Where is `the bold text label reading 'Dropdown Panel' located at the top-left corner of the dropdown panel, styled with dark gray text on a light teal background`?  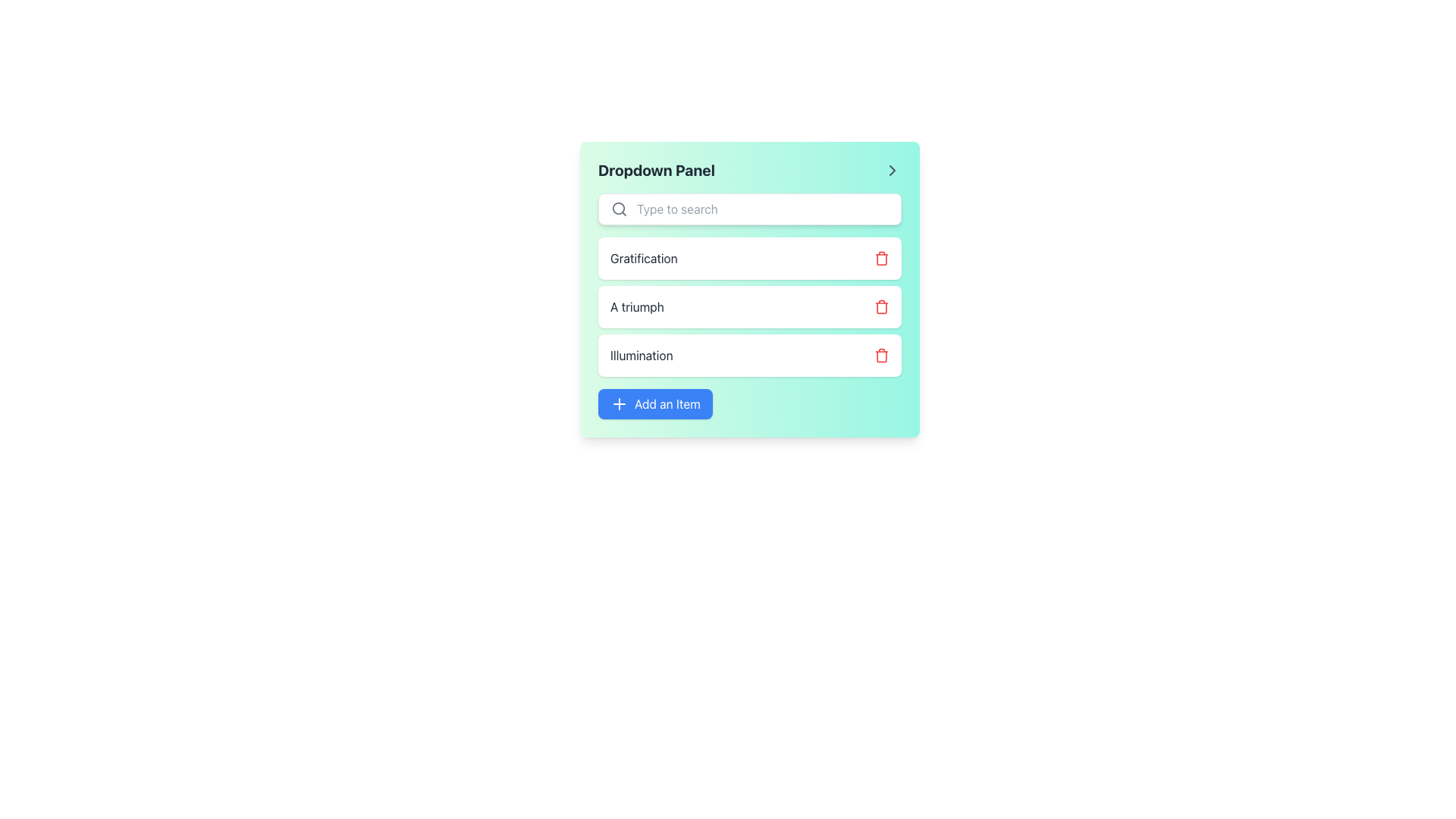 the bold text label reading 'Dropdown Panel' located at the top-left corner of the dropdown panel, styled with dark gray text on a light teal background is located at coordinates (656, 170).